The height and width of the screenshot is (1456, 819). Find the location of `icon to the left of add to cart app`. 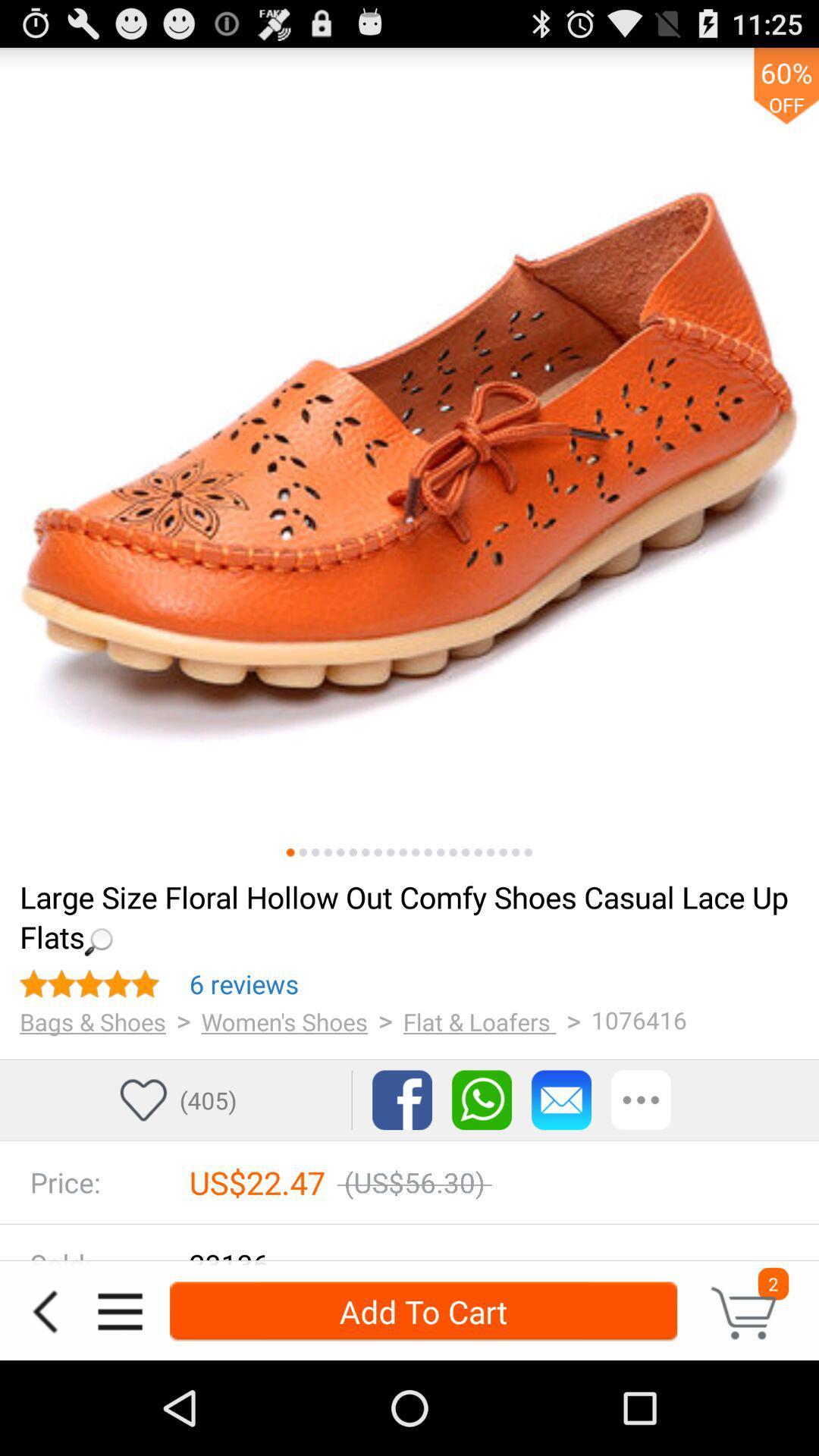

icon to the left of add to cart app is located at coordinates (119, 1310).